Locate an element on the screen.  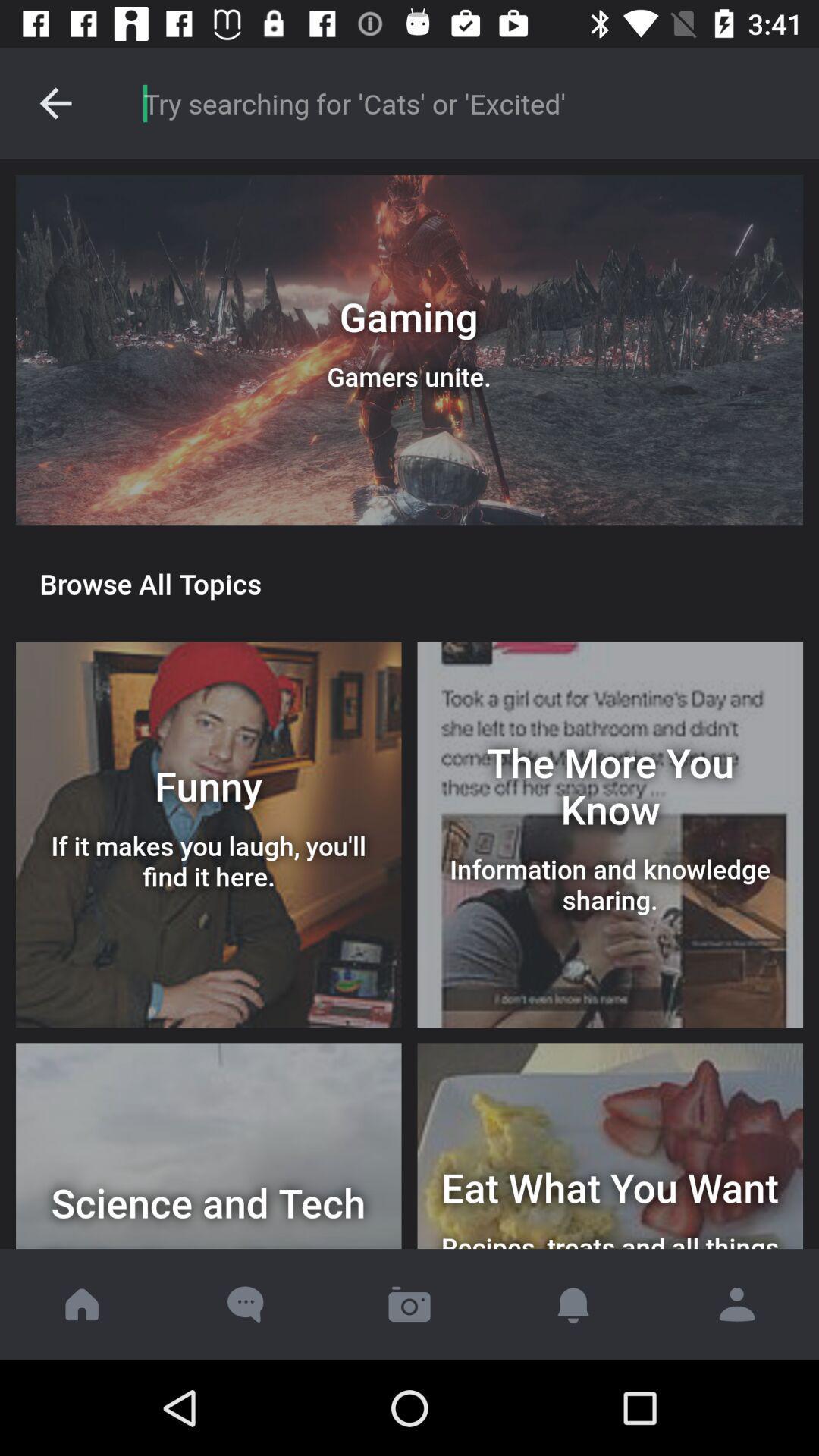
go home is located at coordinates (82, 1304).